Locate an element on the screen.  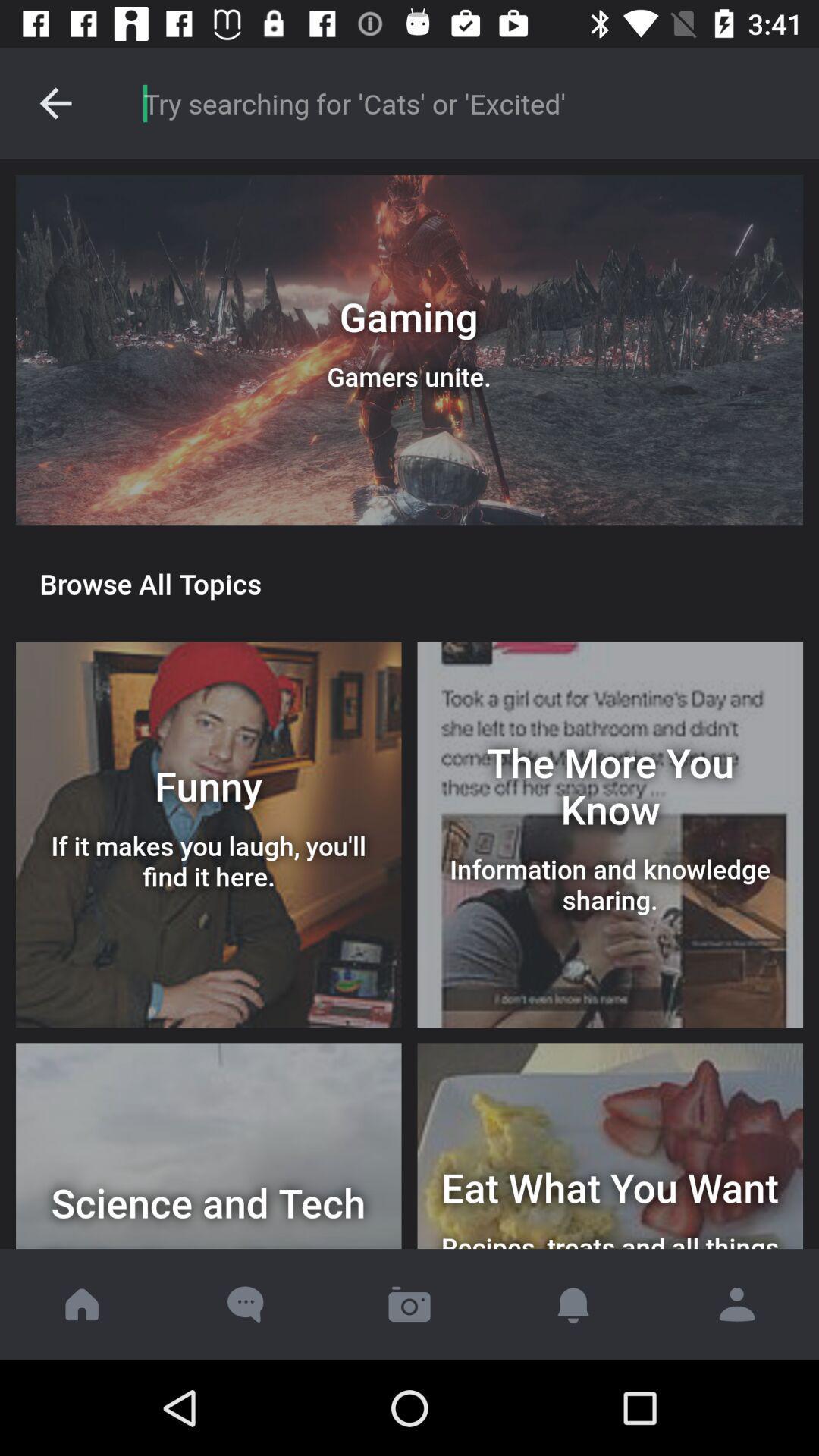
go home is located at coordinates (82, 1304).